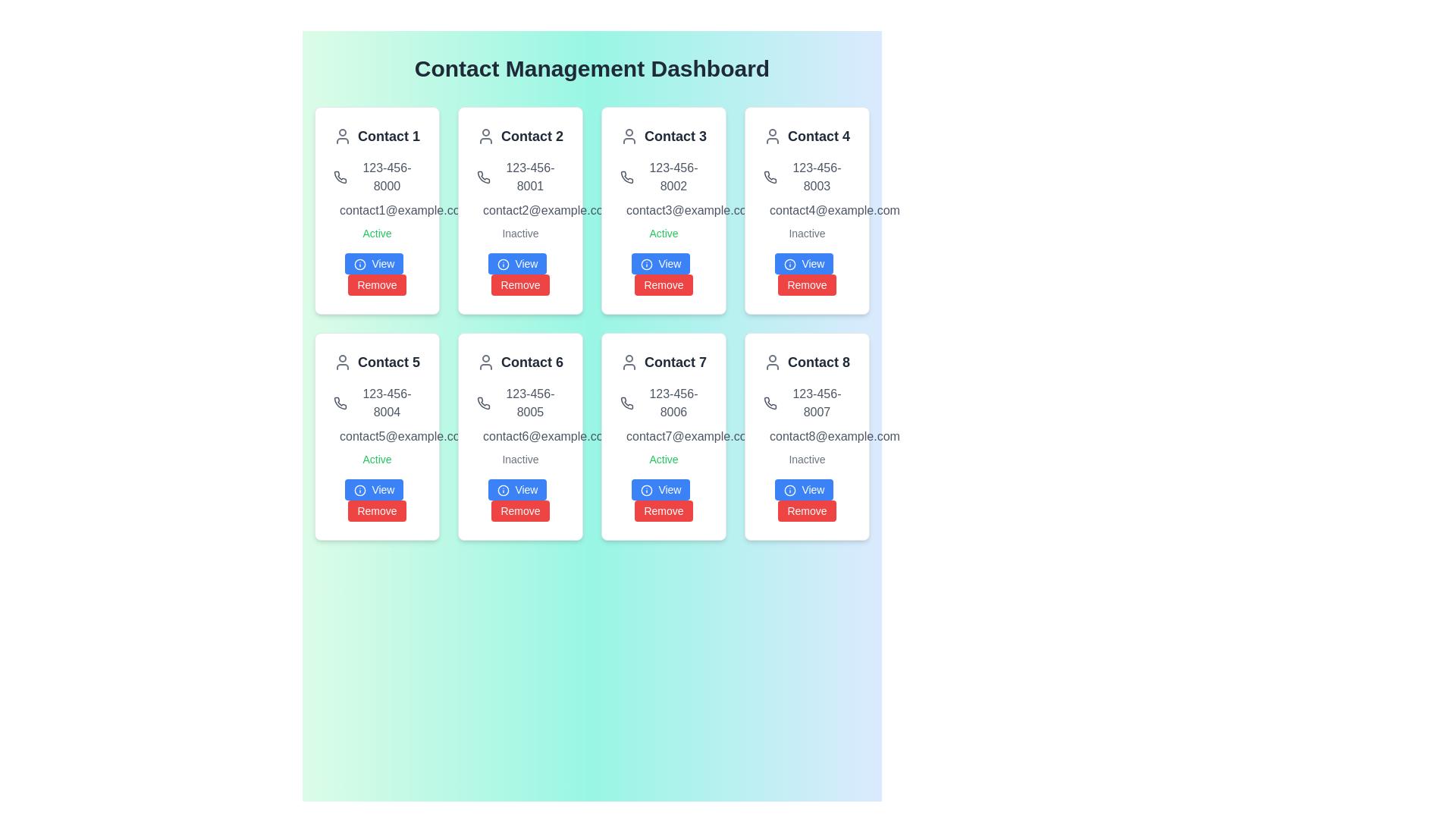 This screenshot has width=1456, height=819. What do you see at coordinates (520, 275) in the screenshot?
I see `the 'Remove' button, which is the red button with white text located at the bottom of the card for 'Contact 2'` at bounding box center [520, 275].